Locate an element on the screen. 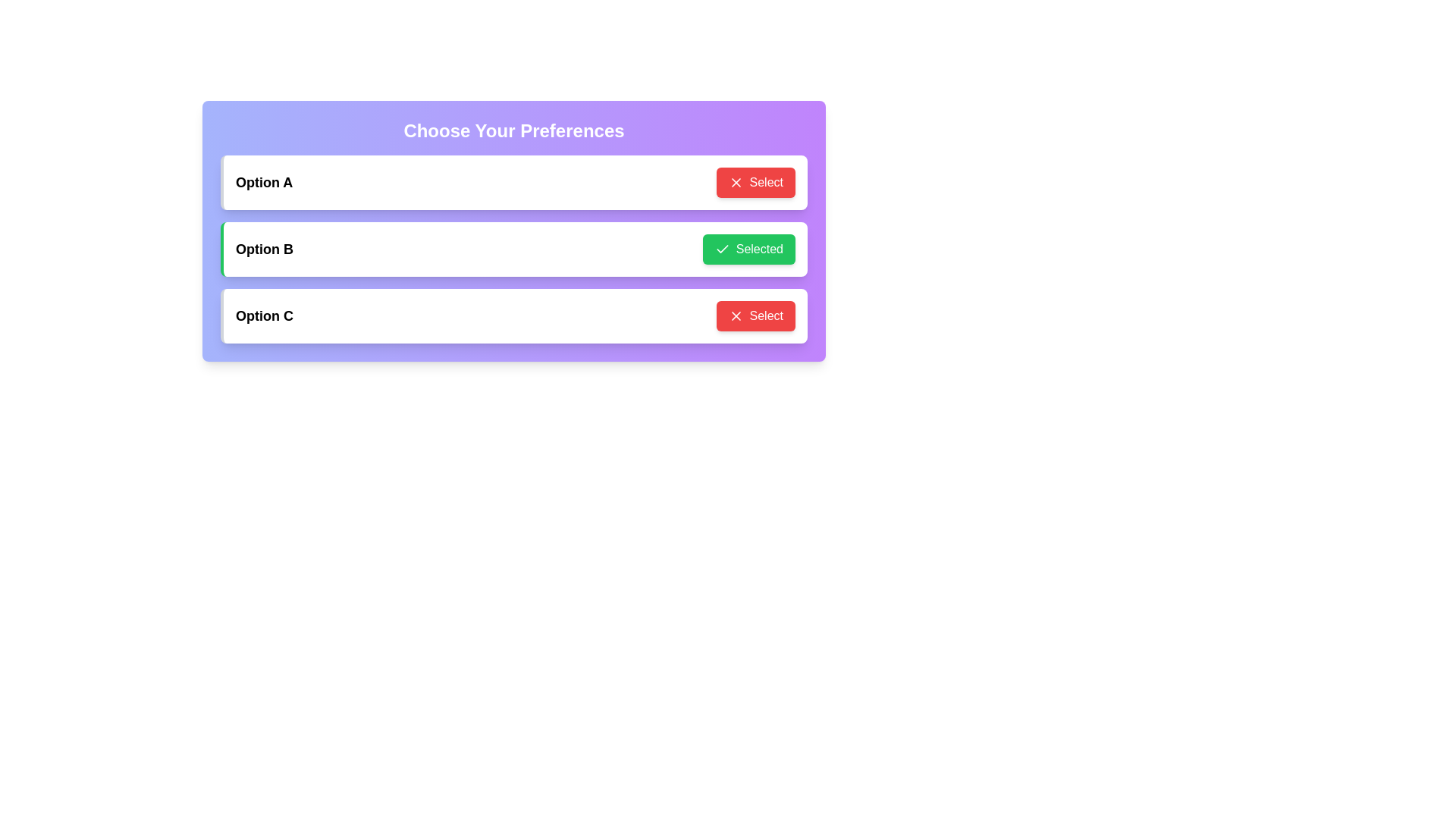 The image size is (1456, 819). the button corresponding to Option A to observe the hover animation is located at coordinates (755, 181).